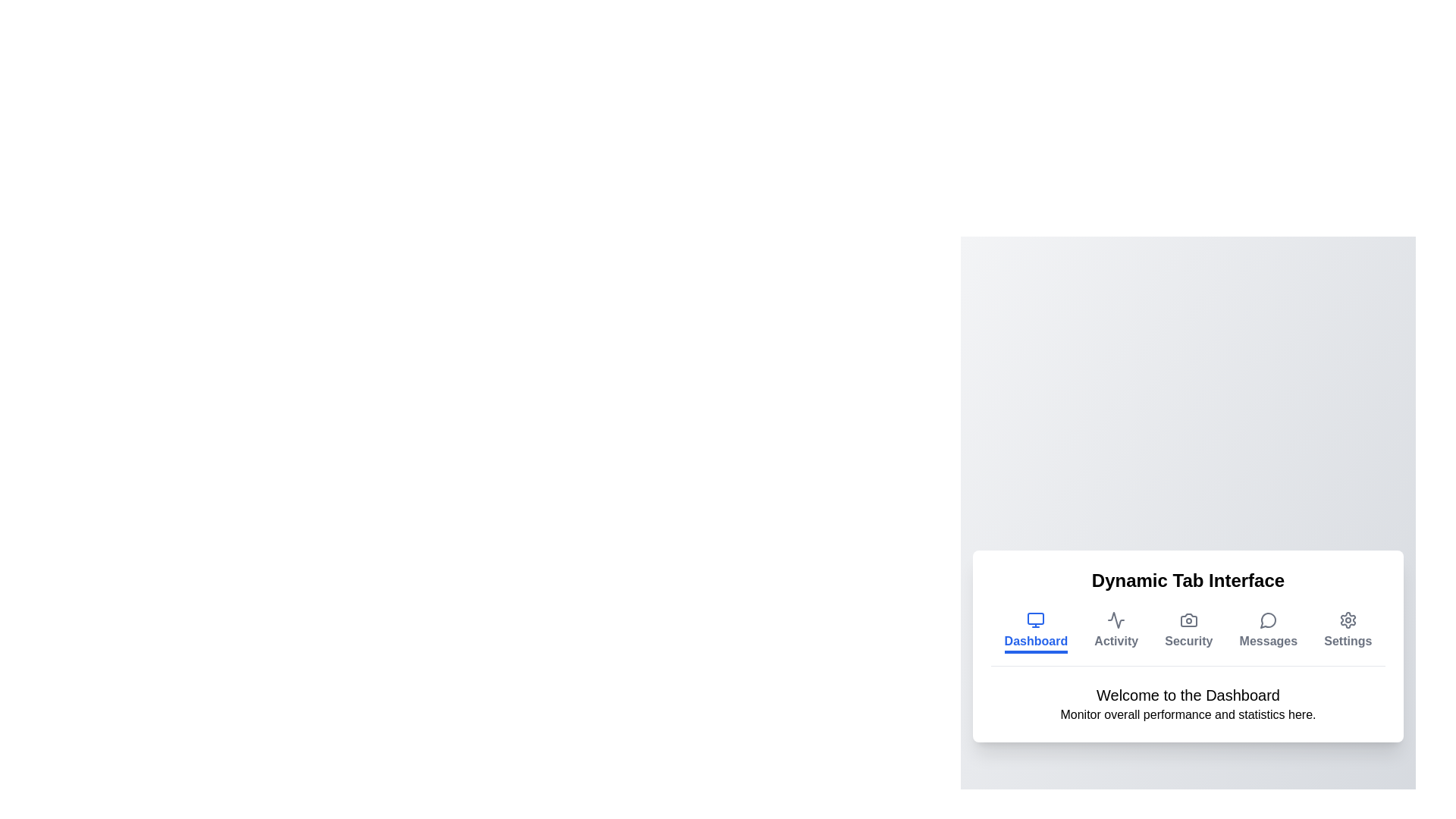 This screenshot has height=819, width=1456. Describe the element at coordinates (1187, 694) in the screenshot. I see `text element displaying 'Welcome to the Dashboard', which is positioned within a card-like panel above the text 'Monitor overall performance and statistics here'` at that location.